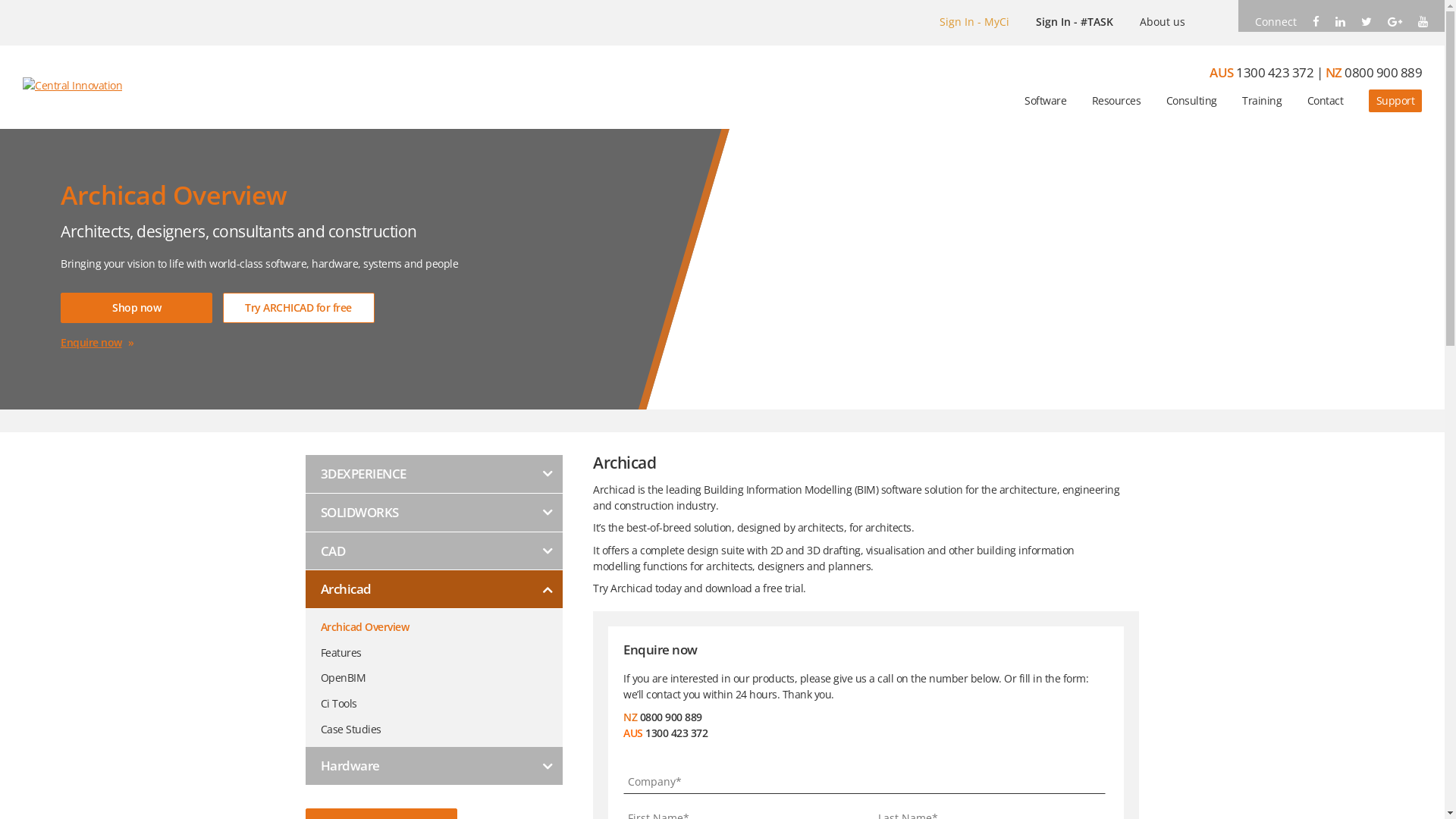 This screenshot has height=819, width=1456. What do you see at coordinates (1044, 100) in the screenshot?
I see `'Software'` at bounding box center [1044, 100].